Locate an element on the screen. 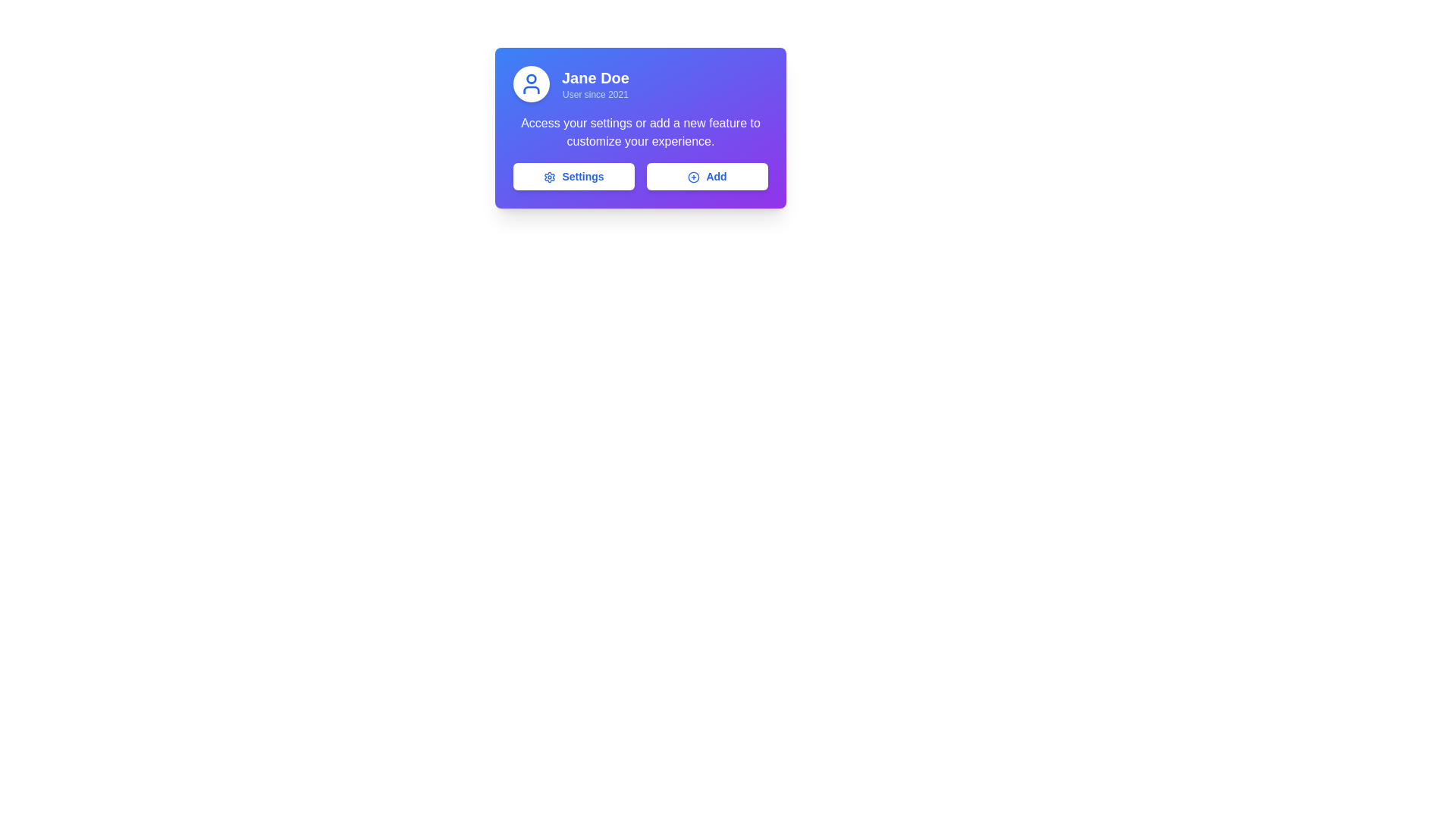 The height and width of the screenshot is (819, 1456). the user information text display located in the top-right region of the purple card, to the right of the user icon is located at coordinates (595, 84).